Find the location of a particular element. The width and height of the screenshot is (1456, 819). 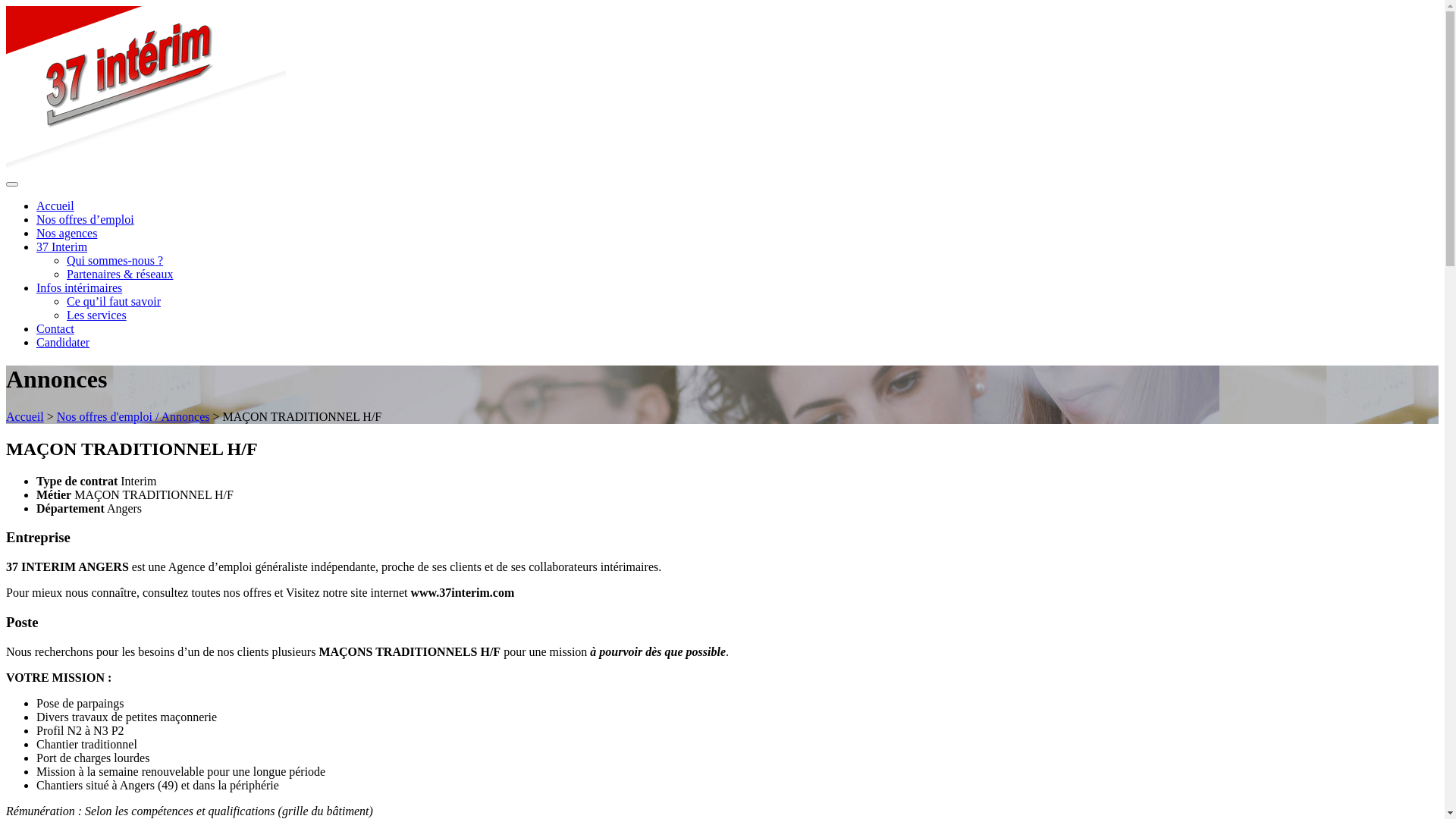

'Qui sommes-nous ?' is located at coordinates (65, 259).